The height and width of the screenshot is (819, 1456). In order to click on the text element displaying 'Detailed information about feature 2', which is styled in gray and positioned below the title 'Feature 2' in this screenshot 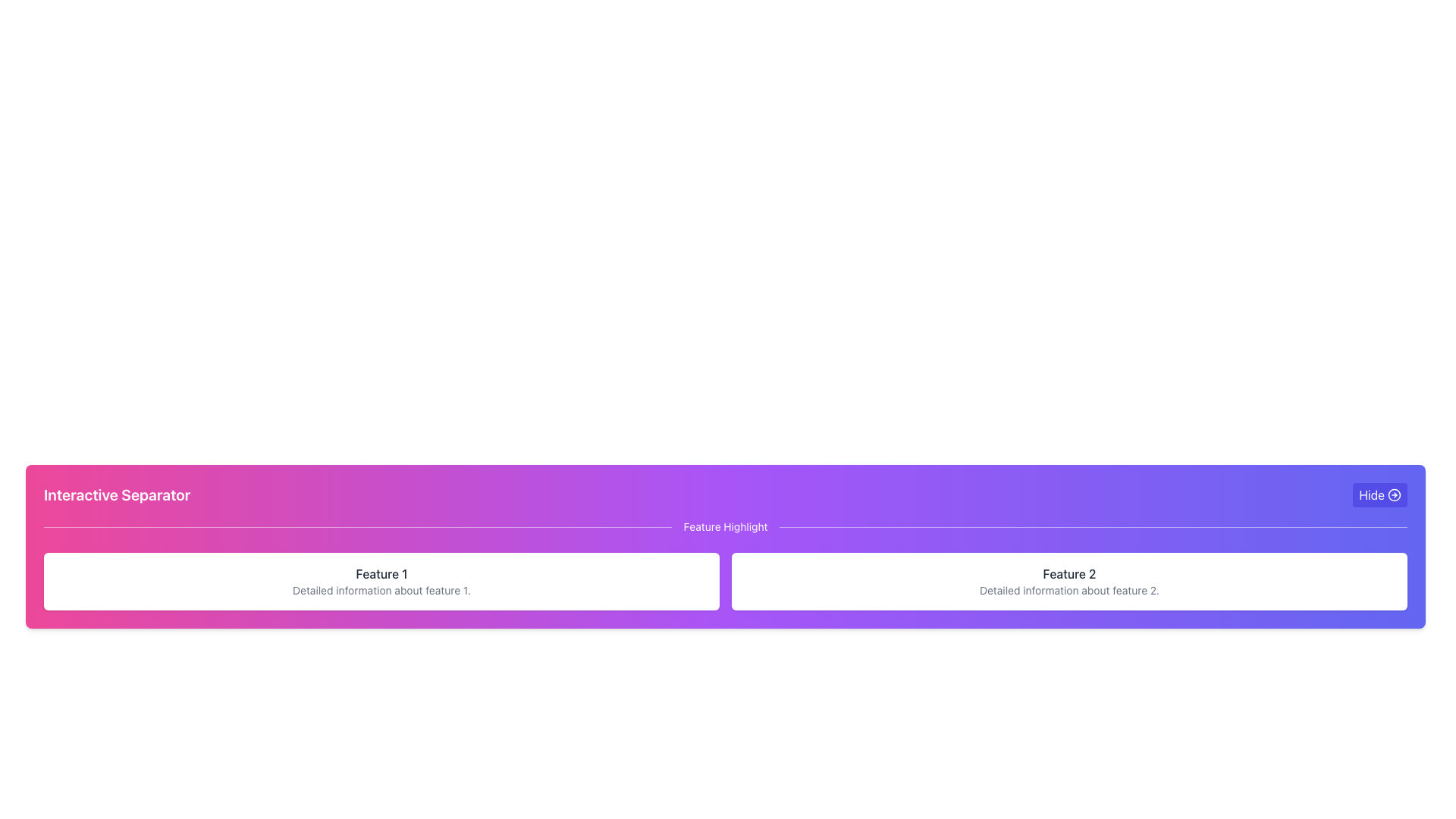, I will do `click(1068, 590)`.